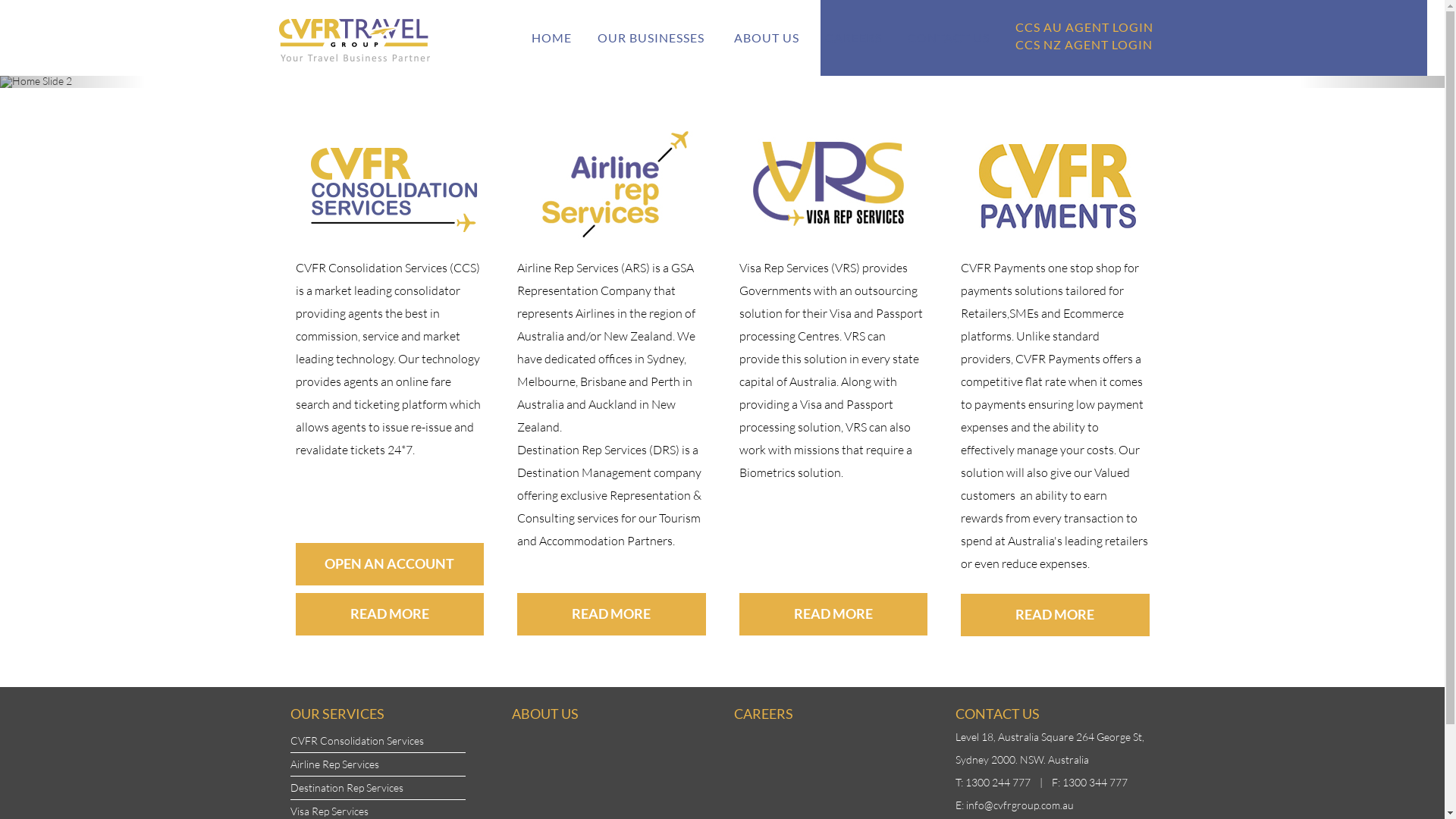 Image resolution: width=1456 pixels, height=819 pixels. What do you see at coordinates (1083, 43) in the screenshot?
I see `'CCS NZ AGENT LOGIN'` at bounding box center [1083, 43].